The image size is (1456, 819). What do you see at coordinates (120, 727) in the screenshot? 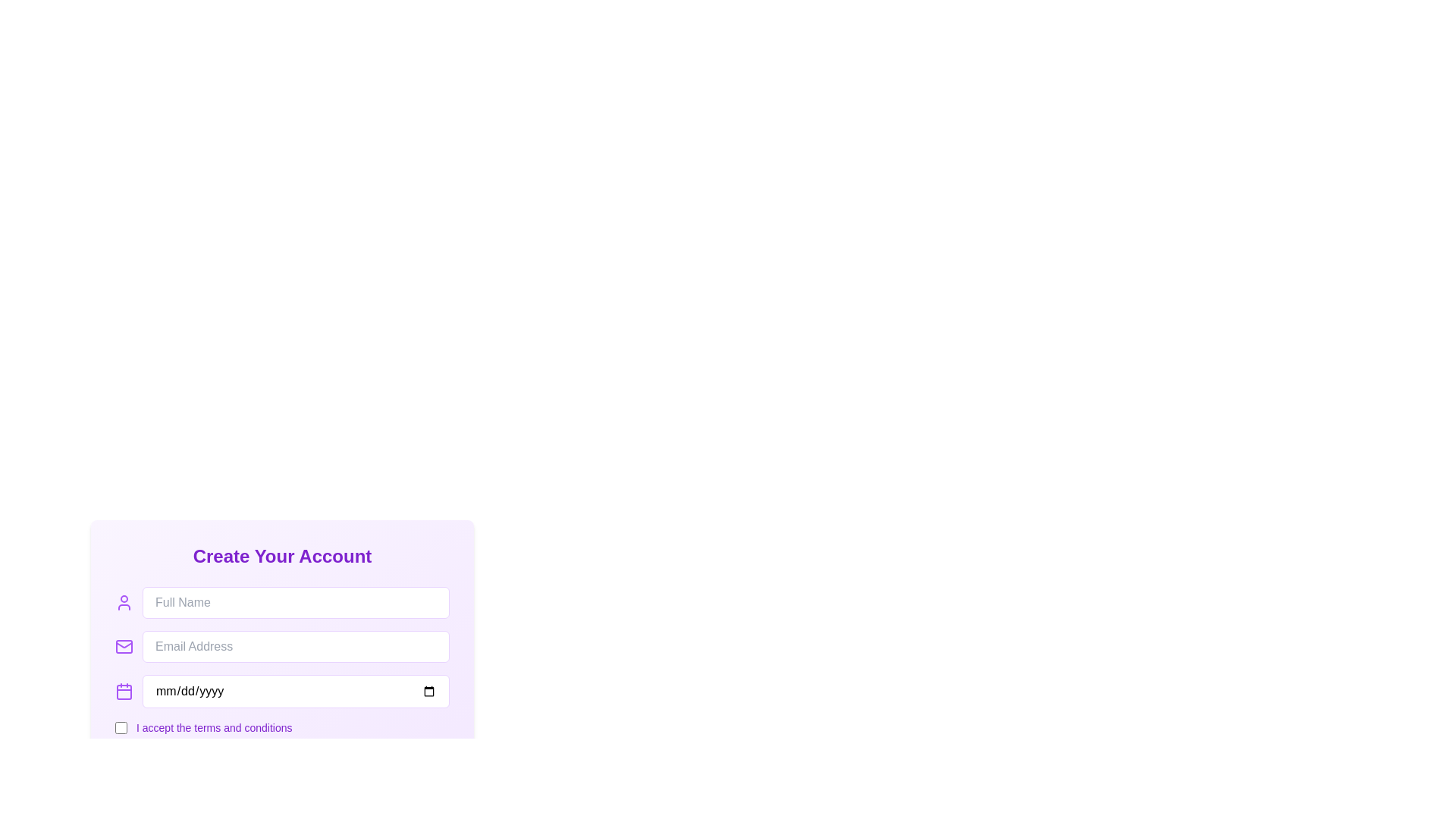
I see `the checkbox with a purple border and fill` at bounding box center [120, 727].